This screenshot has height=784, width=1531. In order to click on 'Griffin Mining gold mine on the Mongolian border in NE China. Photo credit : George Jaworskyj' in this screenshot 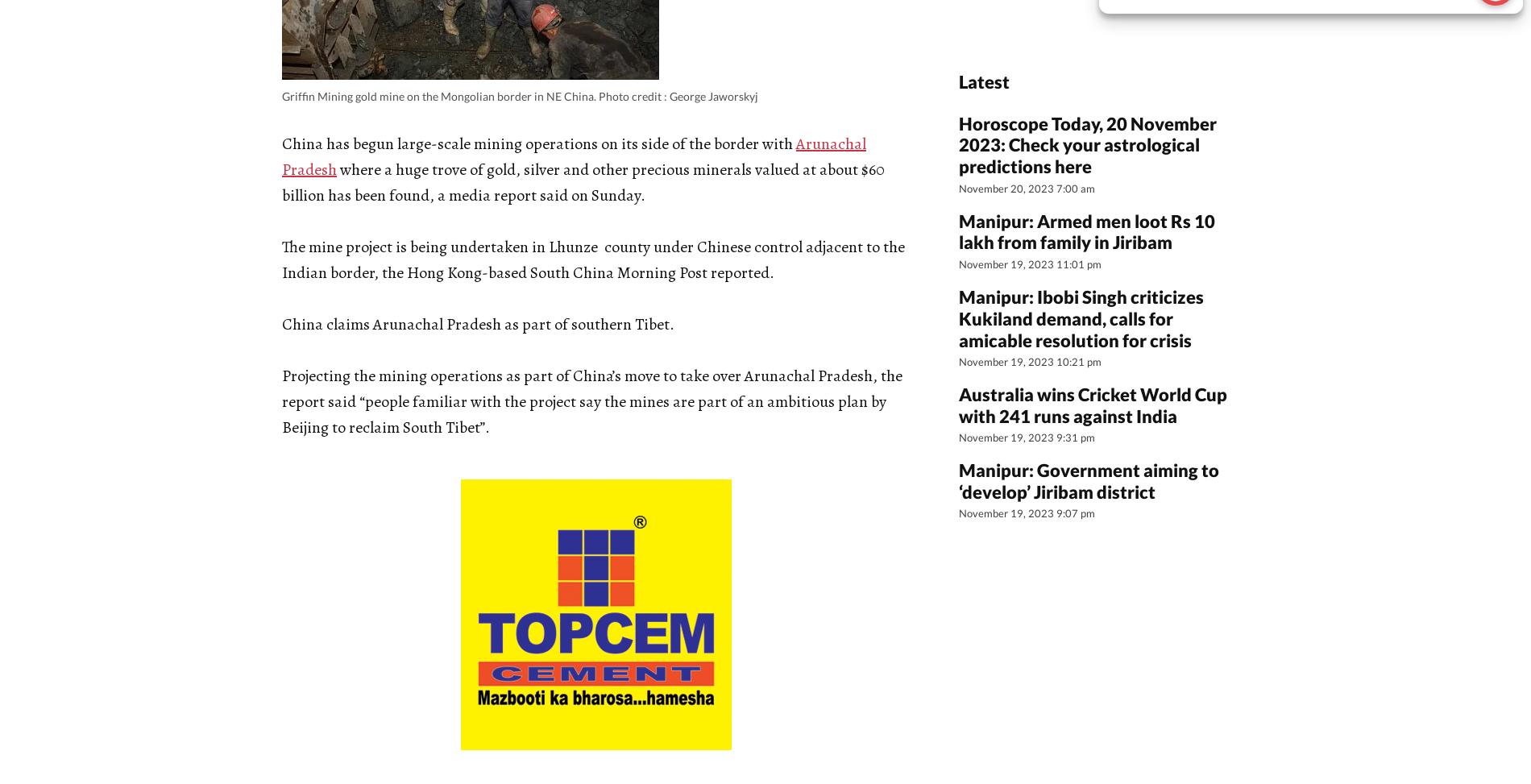, I will do `click(520, 94)`.